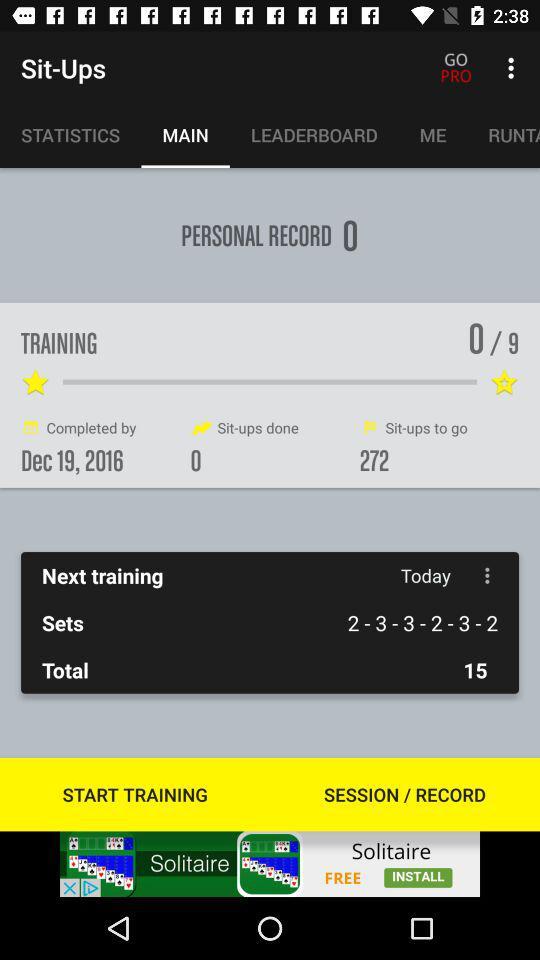  Describe the element at coordinates (486, 575) in the screenshot. I see `open hamburger menu` at that location.